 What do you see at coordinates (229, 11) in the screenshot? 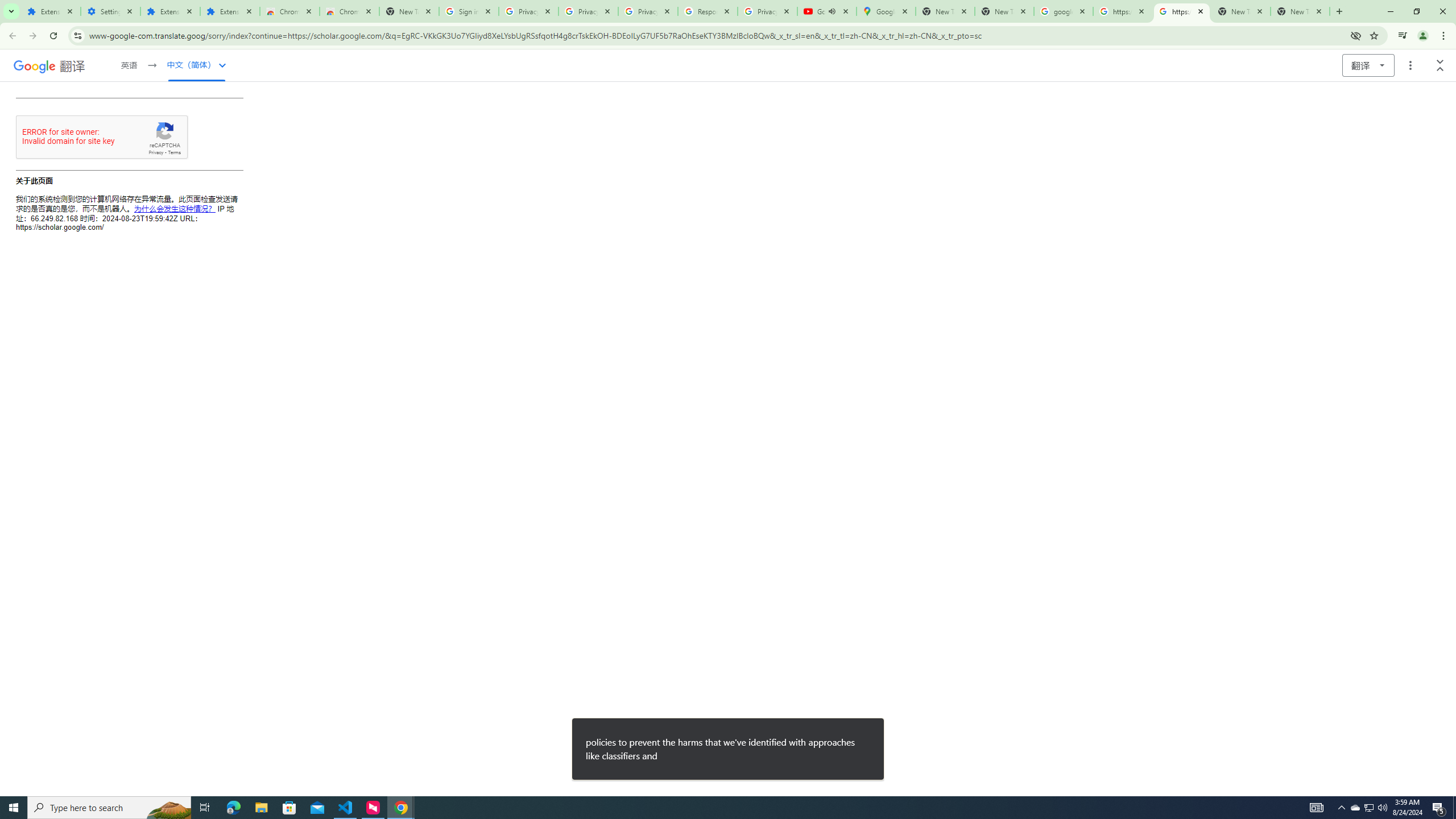
I see `'Extensions'` at bounding box center [229, 11].